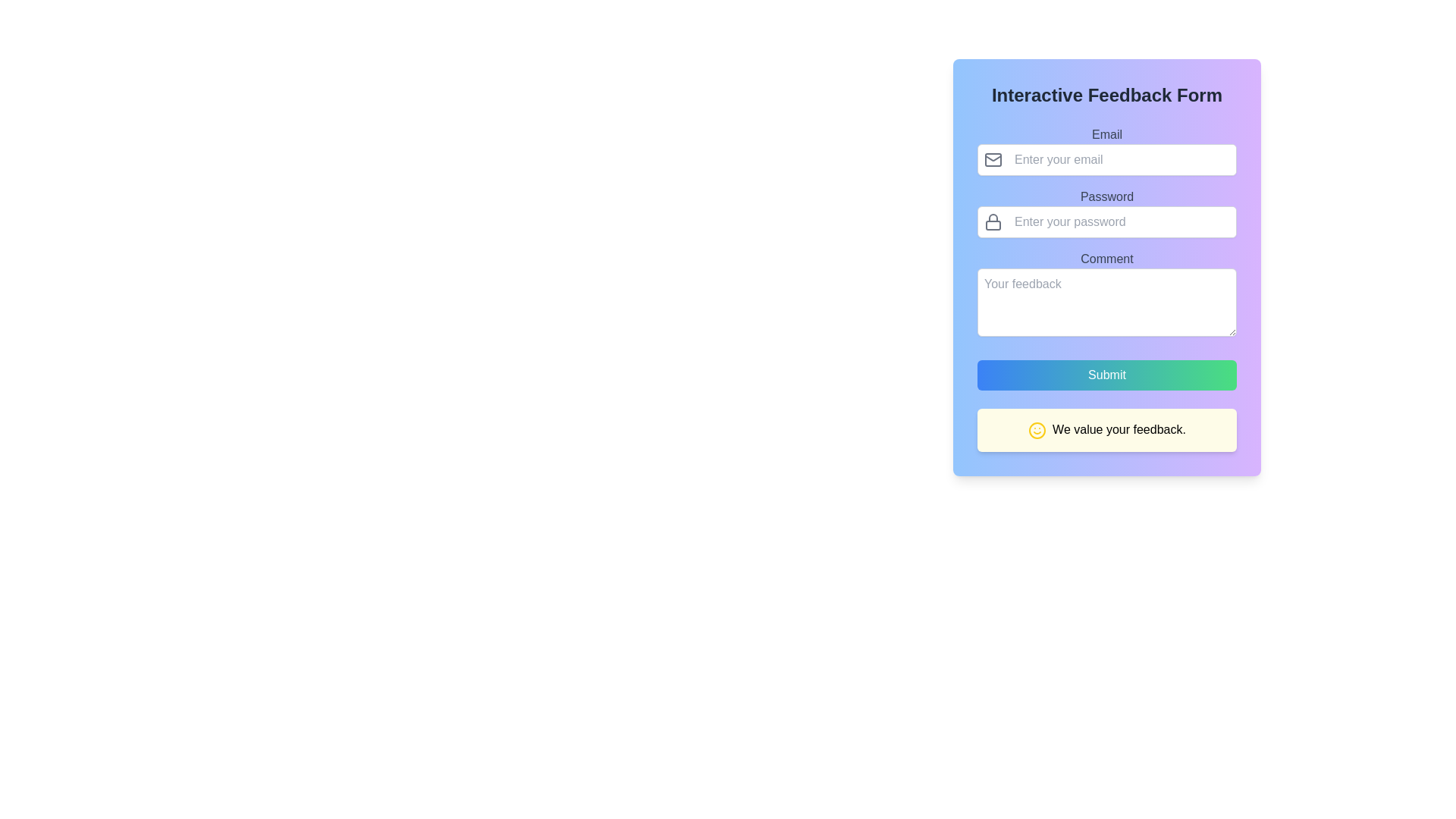 The height and width of the screenshot is (819, 1456). I want to click on the yellow informational banner that contains the text 'We value your feedback.' located below the 'Submit' button, so click(1106, 430).